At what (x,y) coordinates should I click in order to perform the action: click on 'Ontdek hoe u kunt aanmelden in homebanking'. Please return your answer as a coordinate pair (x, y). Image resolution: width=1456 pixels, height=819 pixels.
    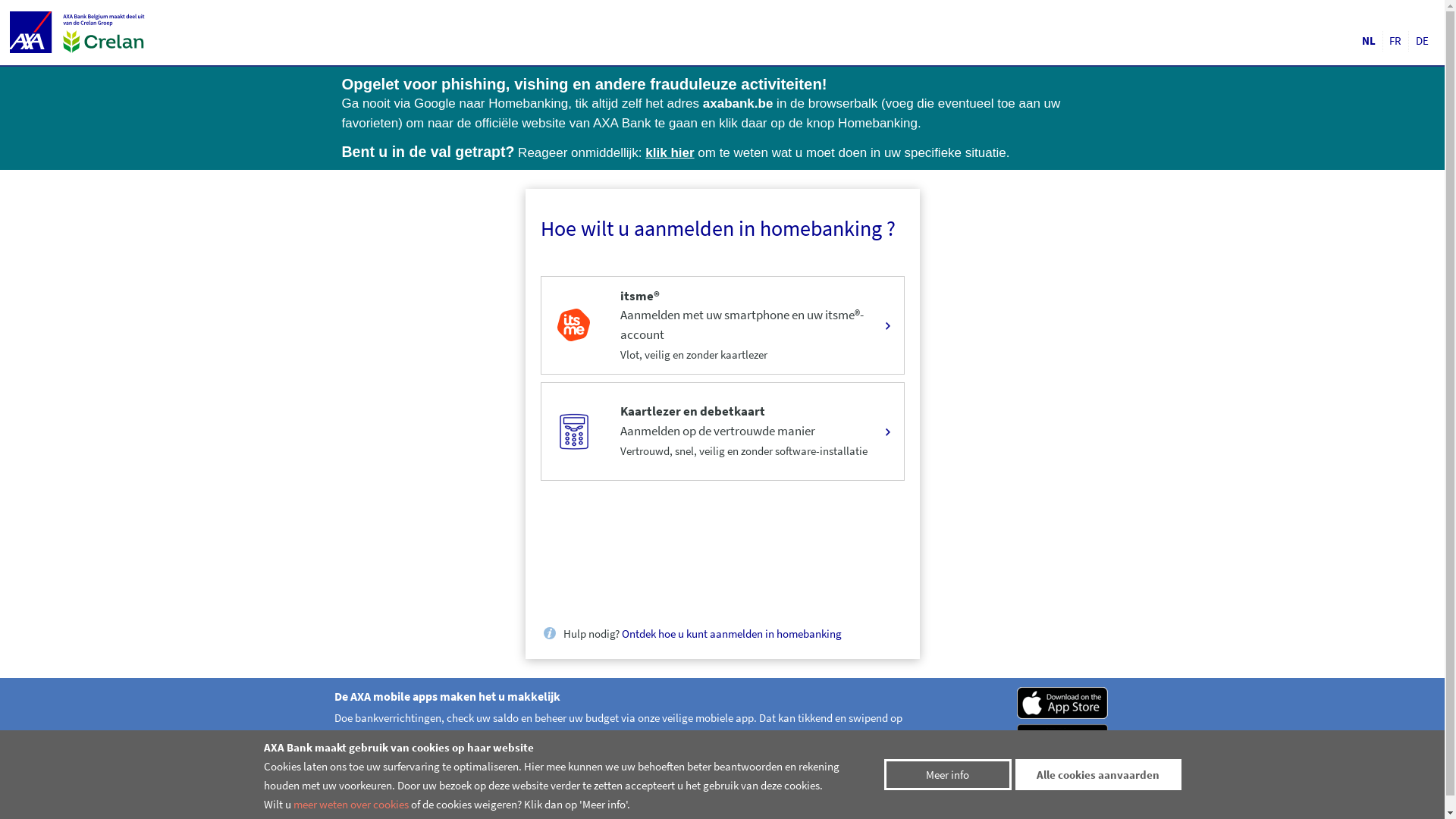
    Looking at the image, I should click on (731, 633).